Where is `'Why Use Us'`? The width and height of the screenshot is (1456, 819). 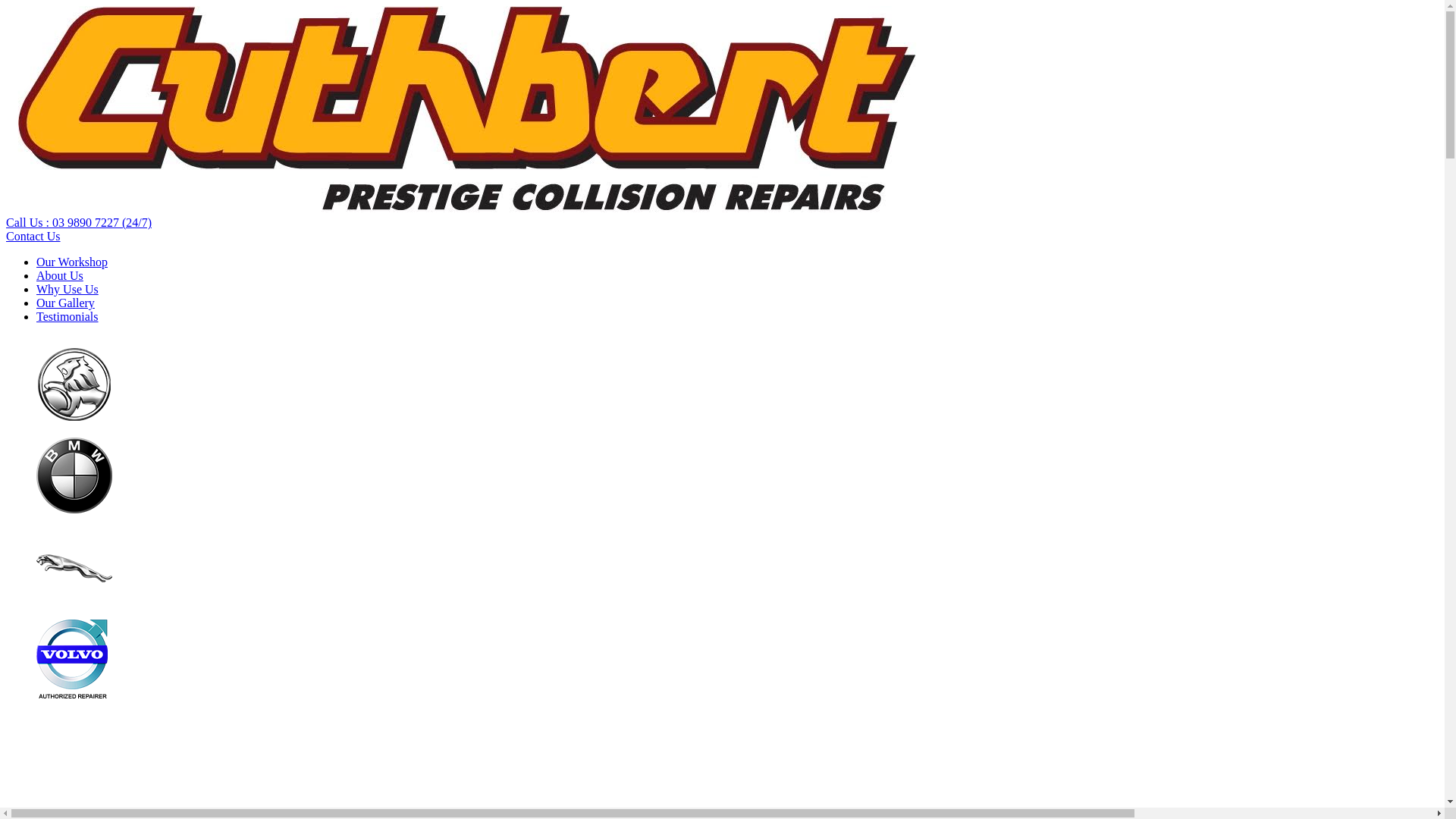
'Why Use Us' is located at coordinates (67, 289).